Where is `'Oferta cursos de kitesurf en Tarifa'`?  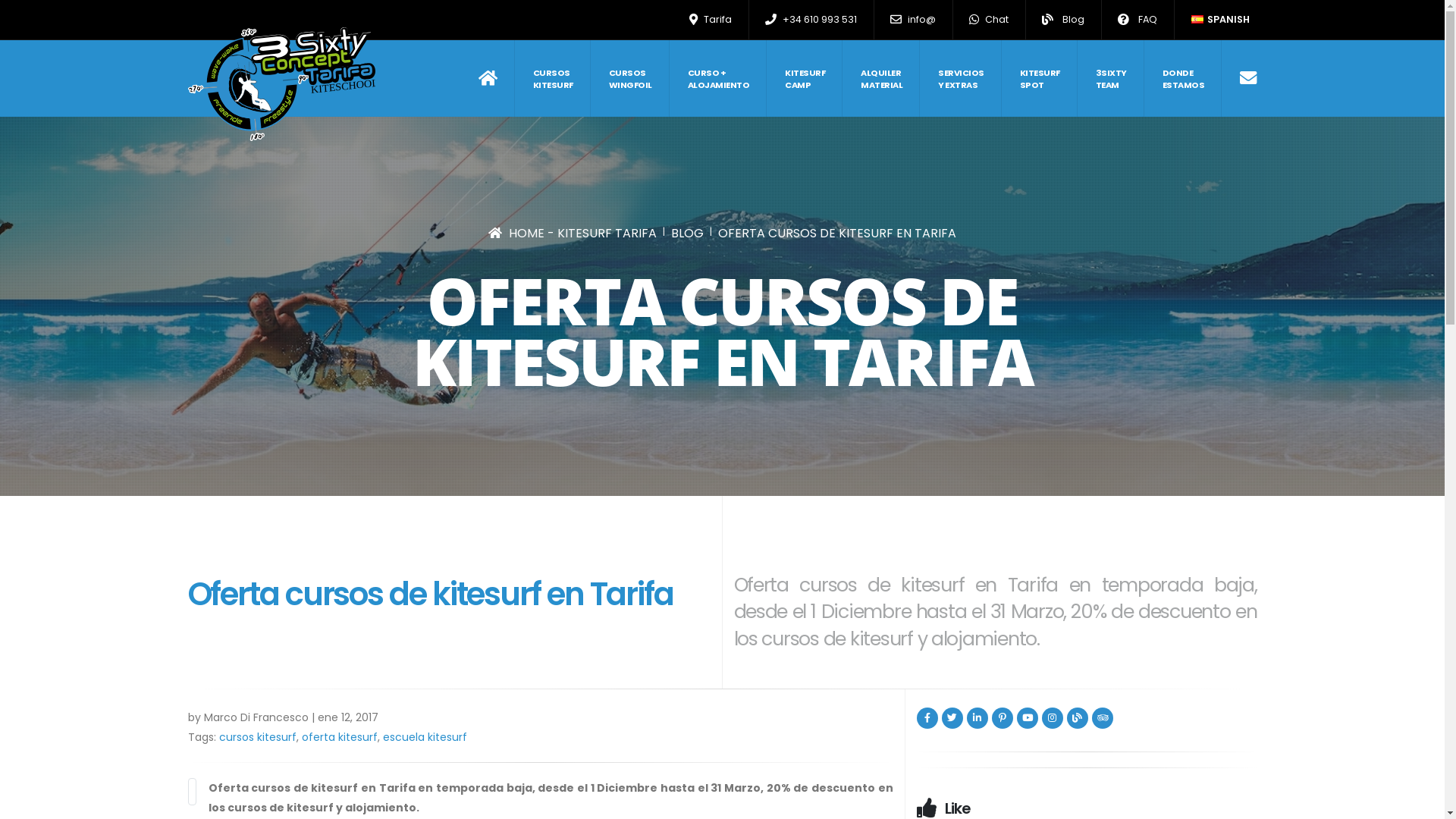 'Oferta cursos de kitesurf en Tarifa' is located at coordinates (191, 791).